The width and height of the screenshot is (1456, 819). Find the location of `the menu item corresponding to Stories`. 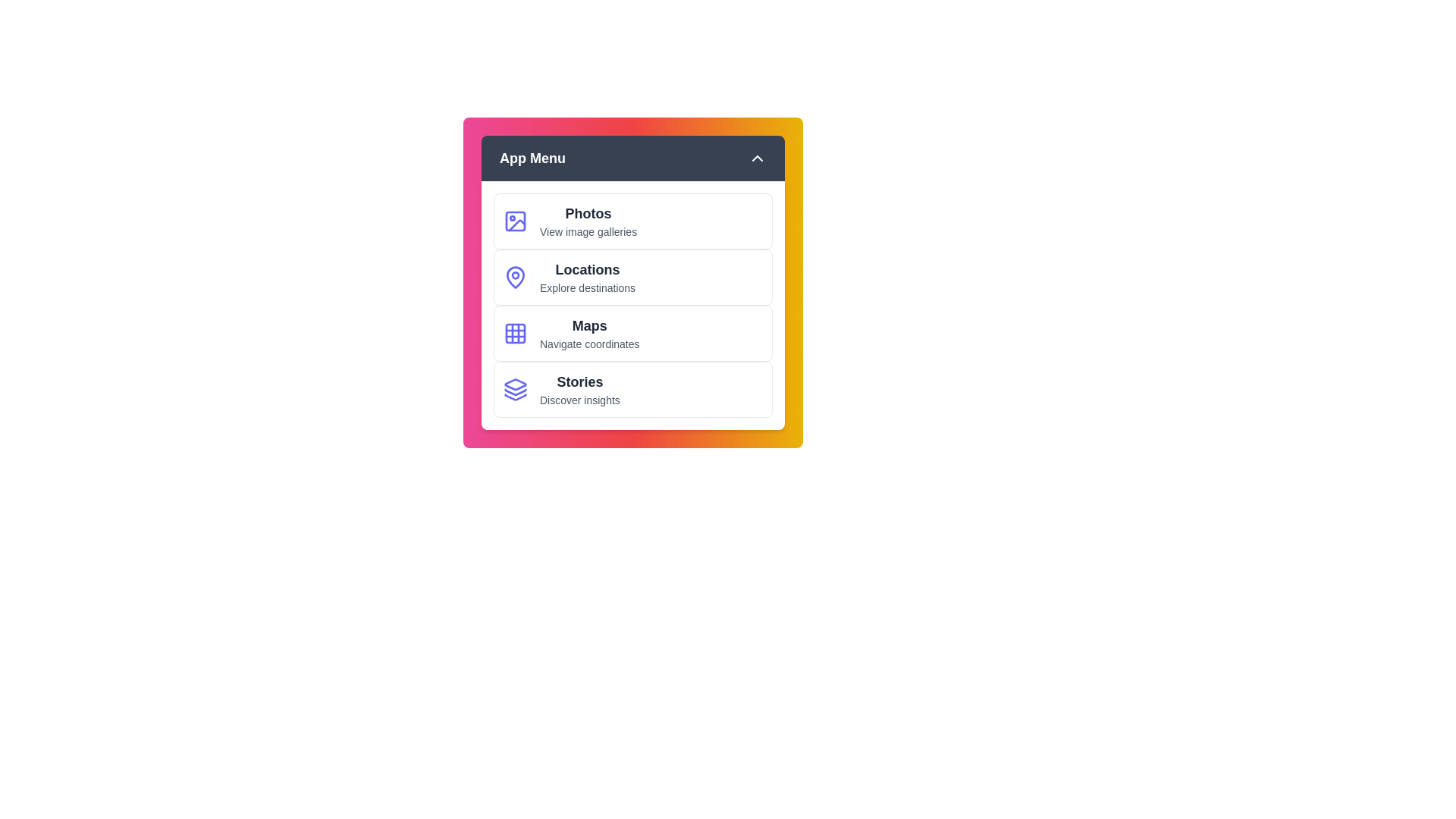

the menu item corresponding to Stories is located at coordinates (633, 388).